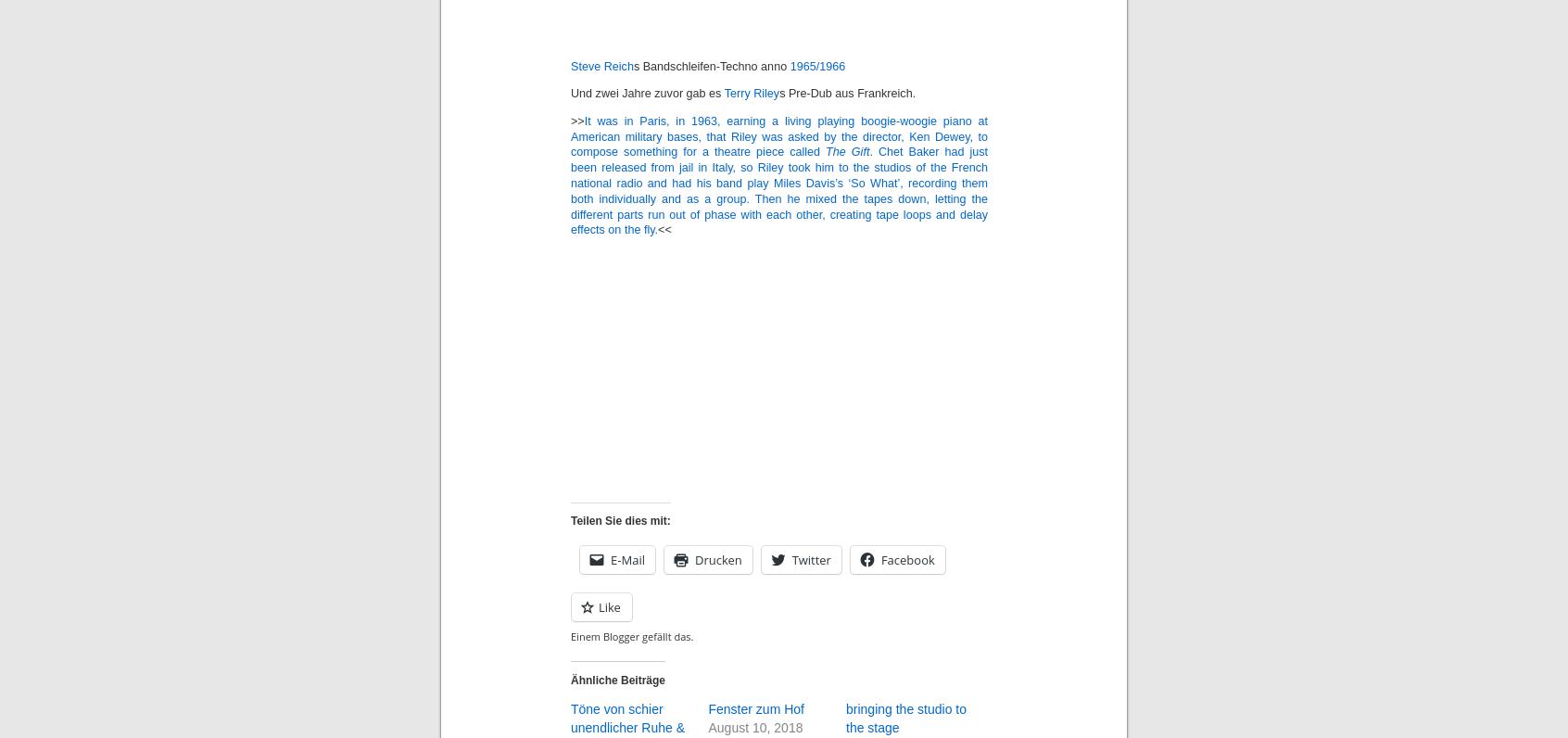 Image resolution: width=1568 pixels, height=738 pixels. What do you see at coordinates (724, 94) in the screenshot?
I see `'Terry Riley'` at bounding box center [724, 94].